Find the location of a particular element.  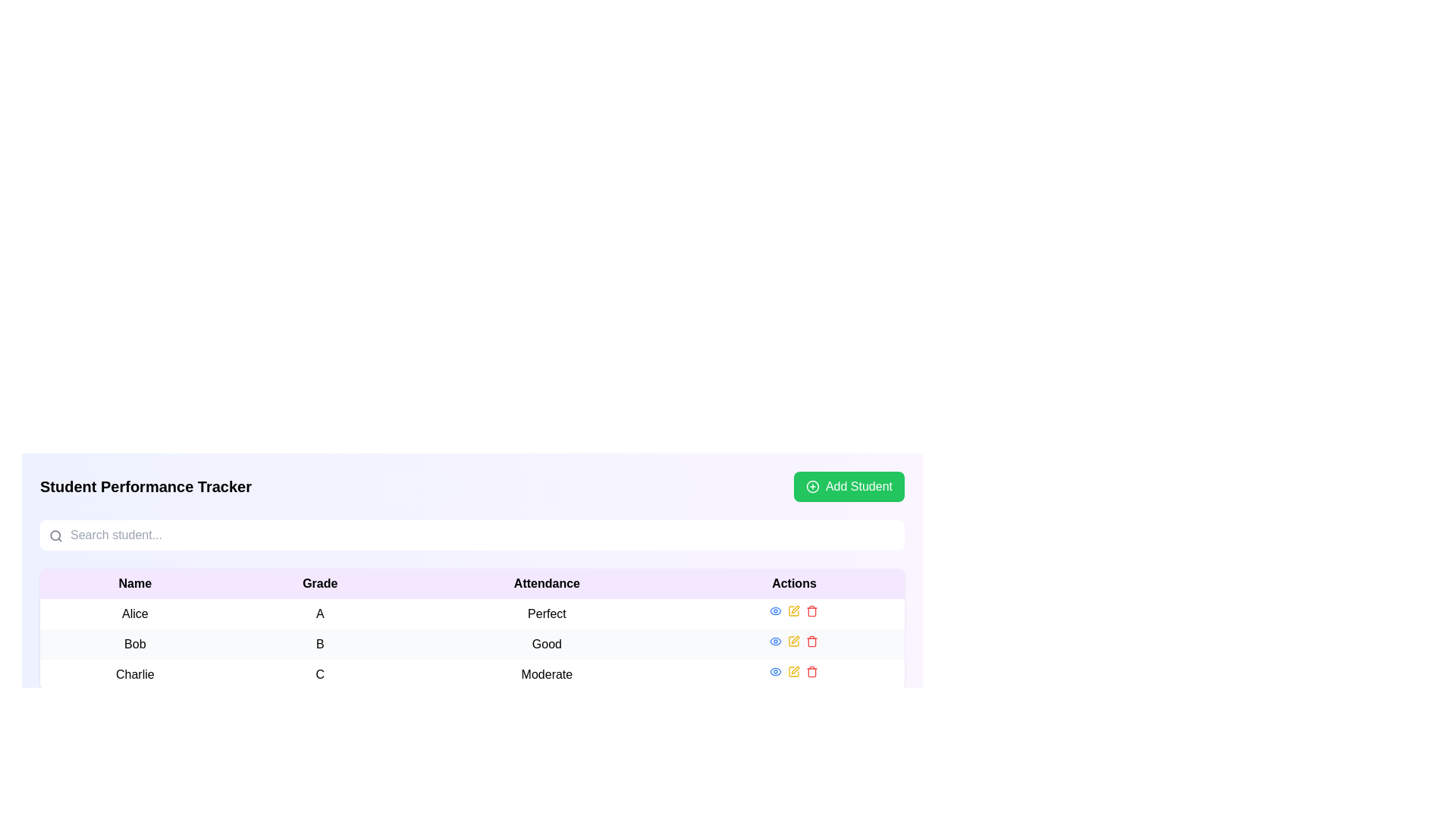

the eye icon in the Actions column of the second row corresponding to 'Bob' in the data table is located at coordinates (776, 610).